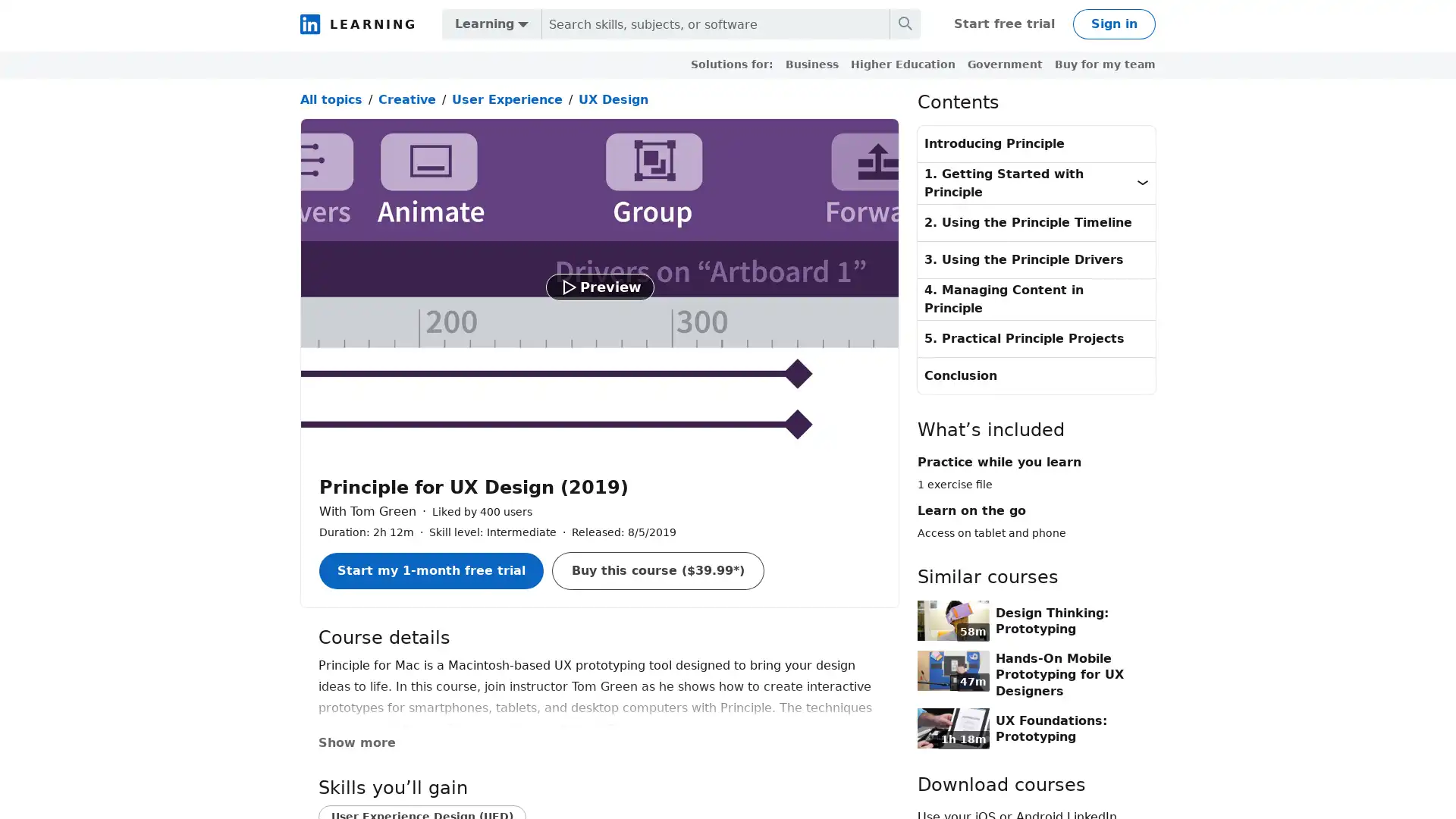 The image size is (1456, 819). Describe the element at coordinates (491, 24) in the screenshot. I see `Learning` at that location.